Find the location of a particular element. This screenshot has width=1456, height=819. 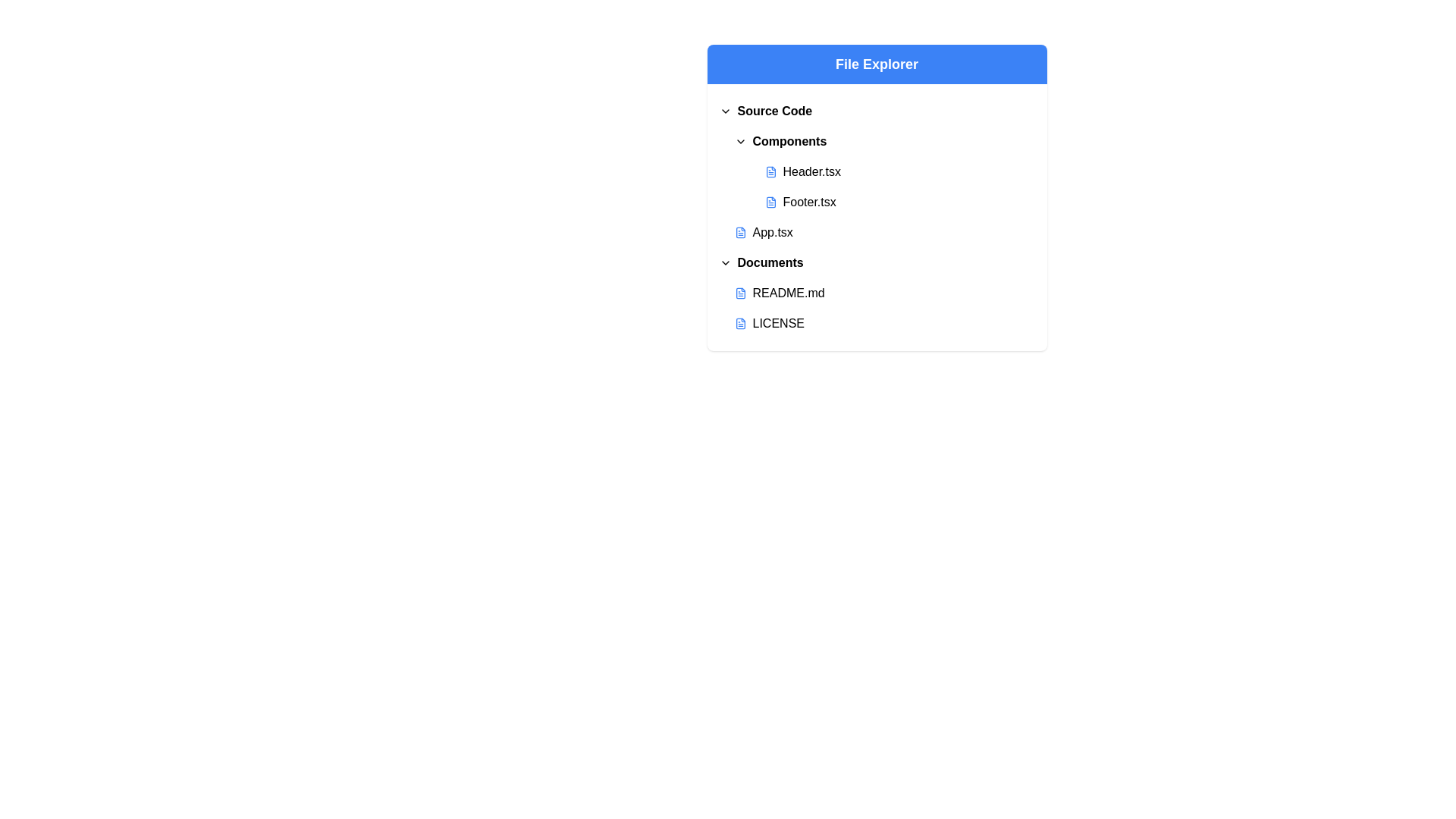

the text label representing the file 'App.tsx' in the file explorer is located at coordinates (773, 233).